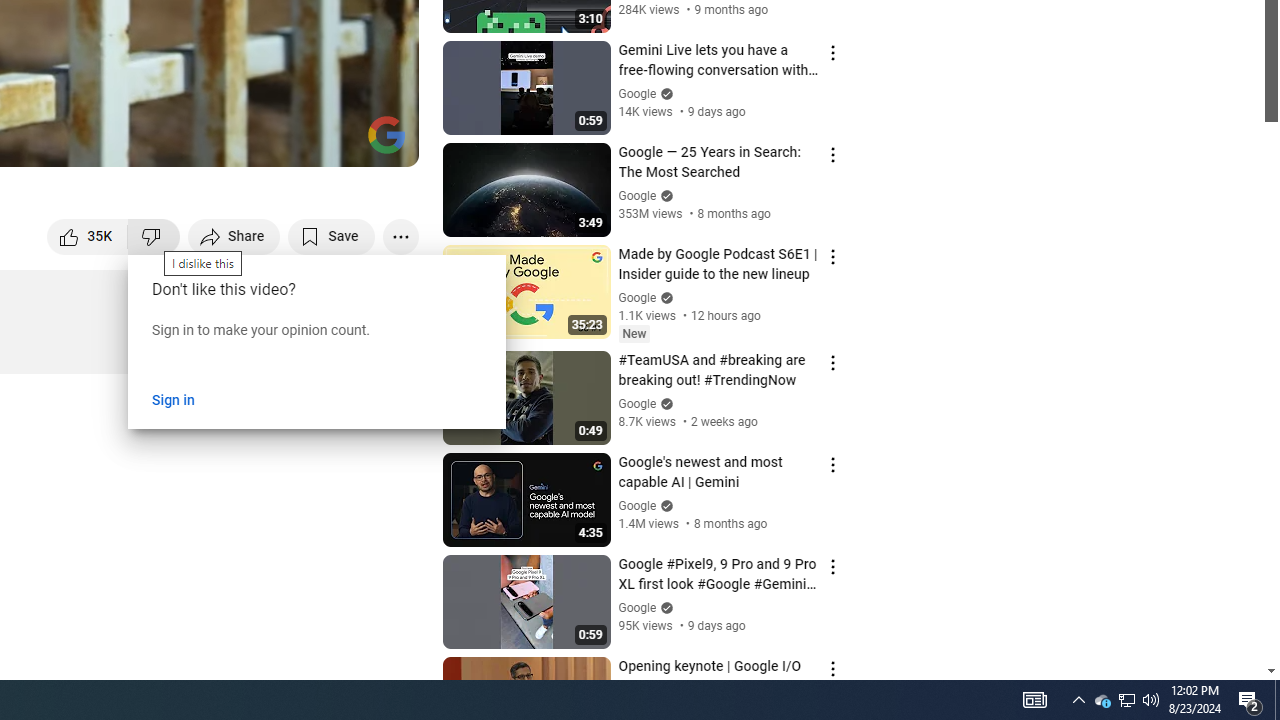 This screenshot has height=720, width=1280. What do you see at coordinates (382, 141) in the screenshot?
I see `'Full screen (f)'` at bounding box center [382, 141].